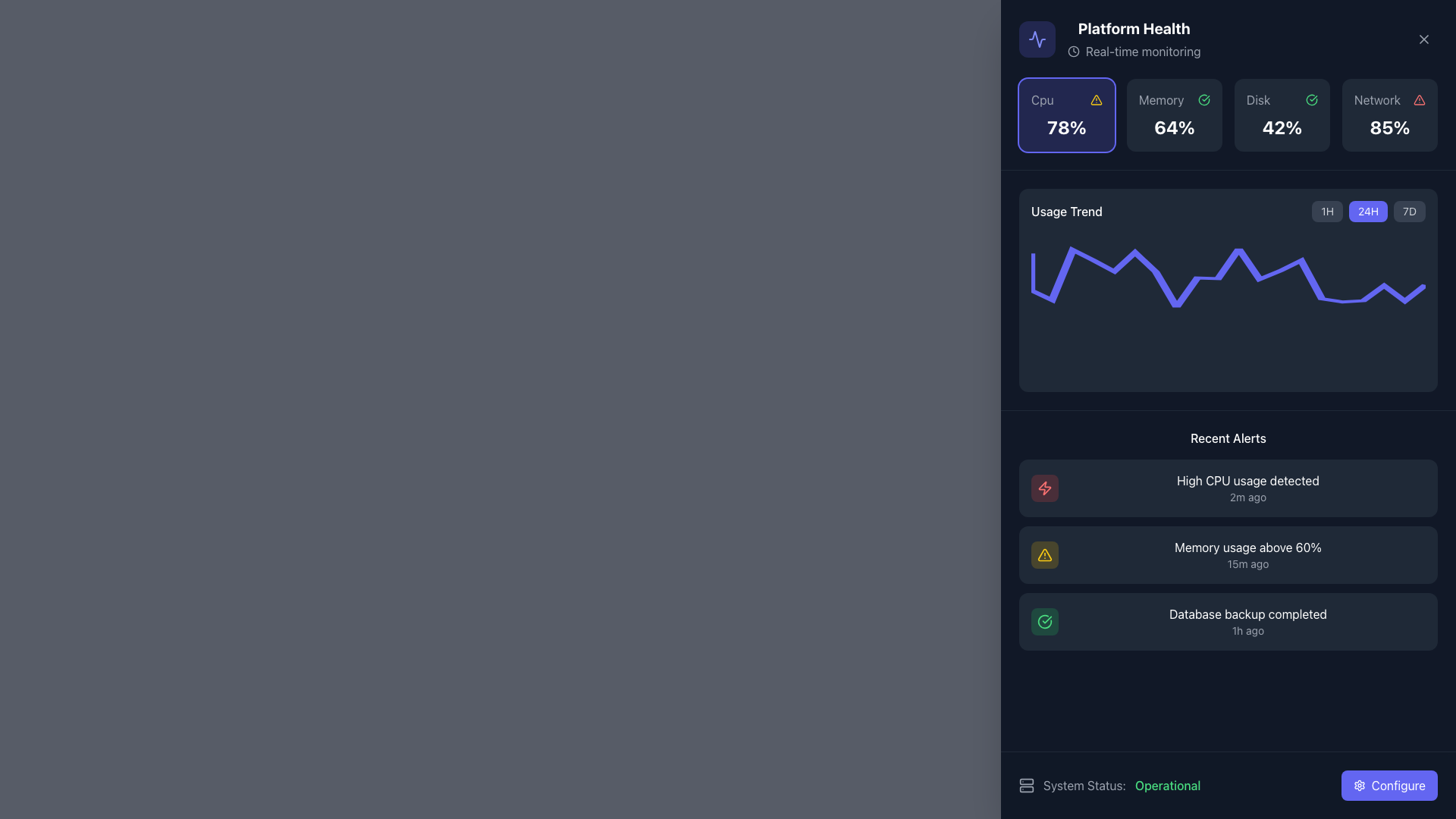 Image resolution: width=1456 pixels, height=819 pixels. What do you see at coordinates (1377, 99) in the screenshot?
I see `the label indicating the Network metric, located at the top right of the interface next to an alert icon` at bounding box center [1377, 99].